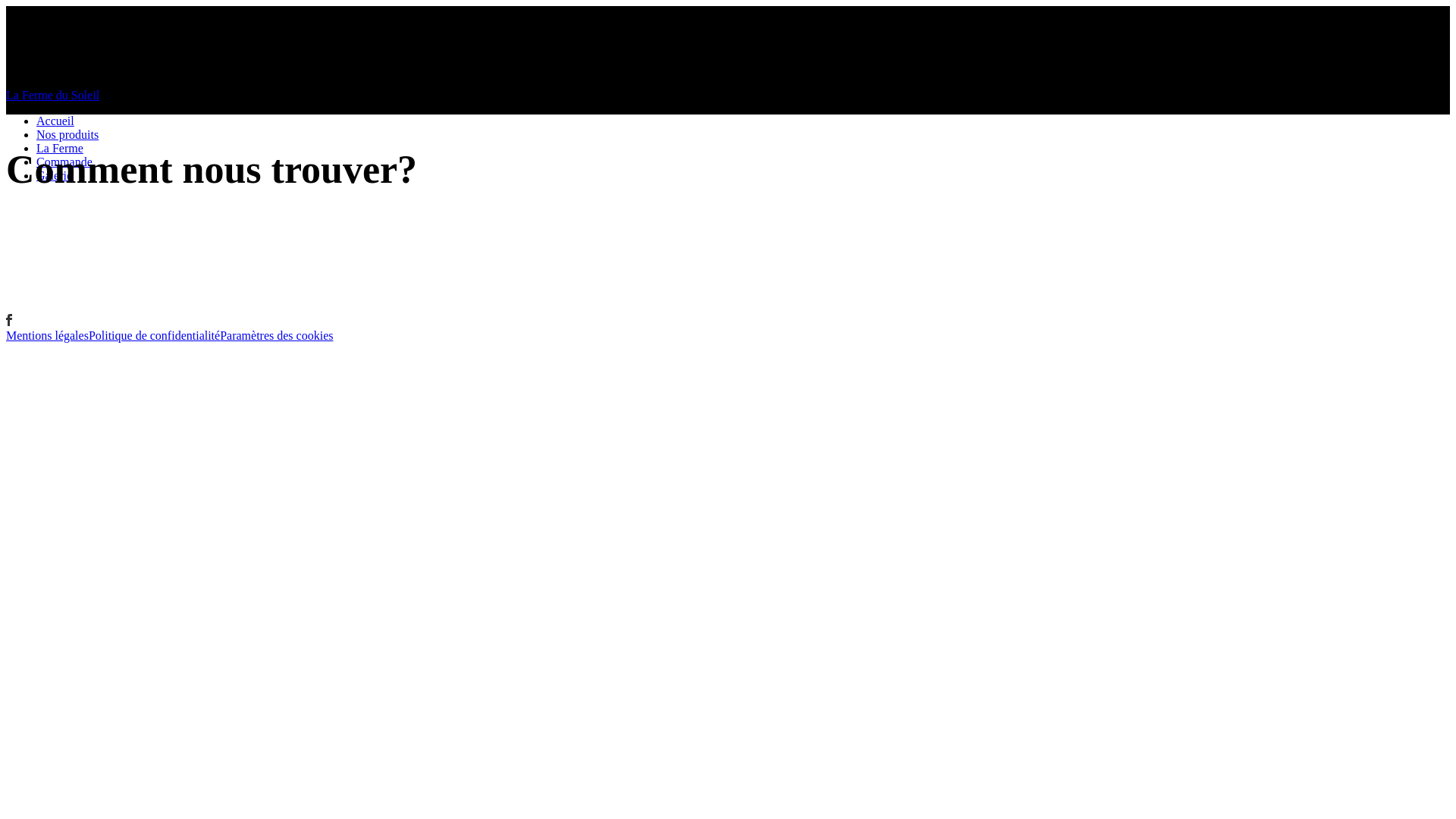  I want to click on 'Nos produits', so click(67, 133).